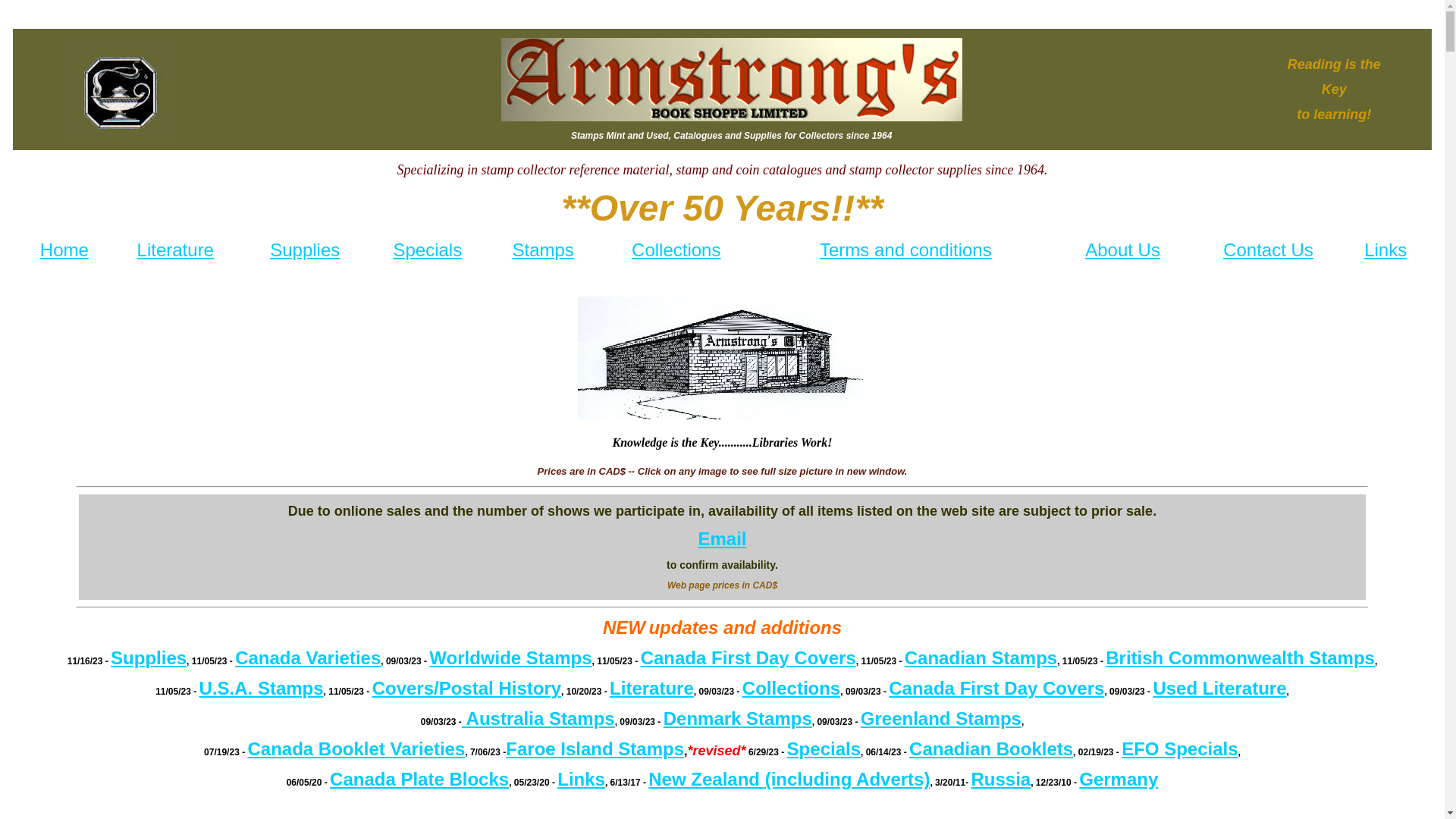  What do you see at coordinates (860, 717) in the screenshot?
I see `'Greenland Stamps'` at bounding box center [860, 717].